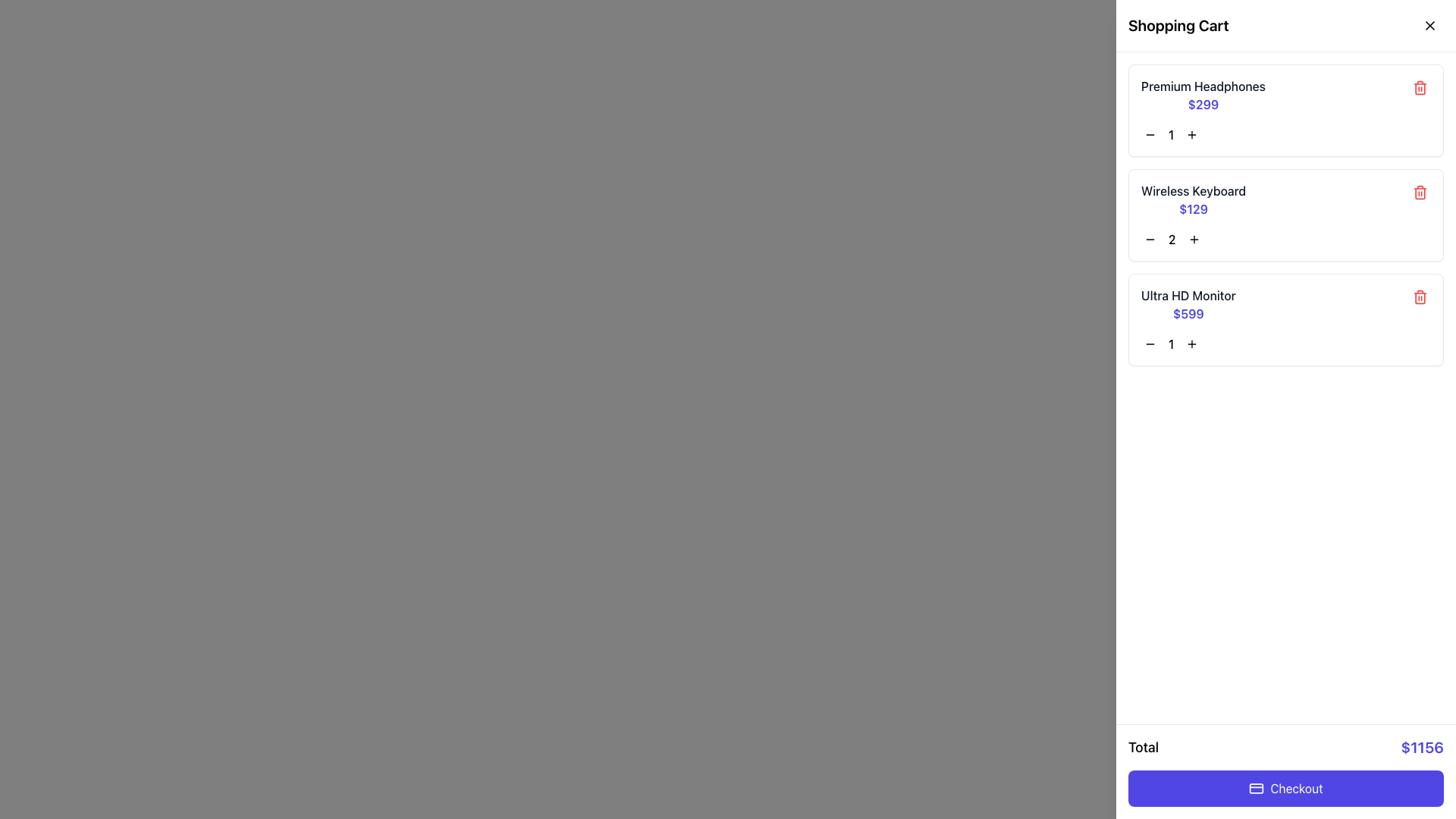 The width and height of the screenshot is (1456, 819). What do you see at coordinates (1429, 26) in the screenshot?
I see `the button located at the top right corner of the shopping cart panel` at bounding box center [1429, 26].